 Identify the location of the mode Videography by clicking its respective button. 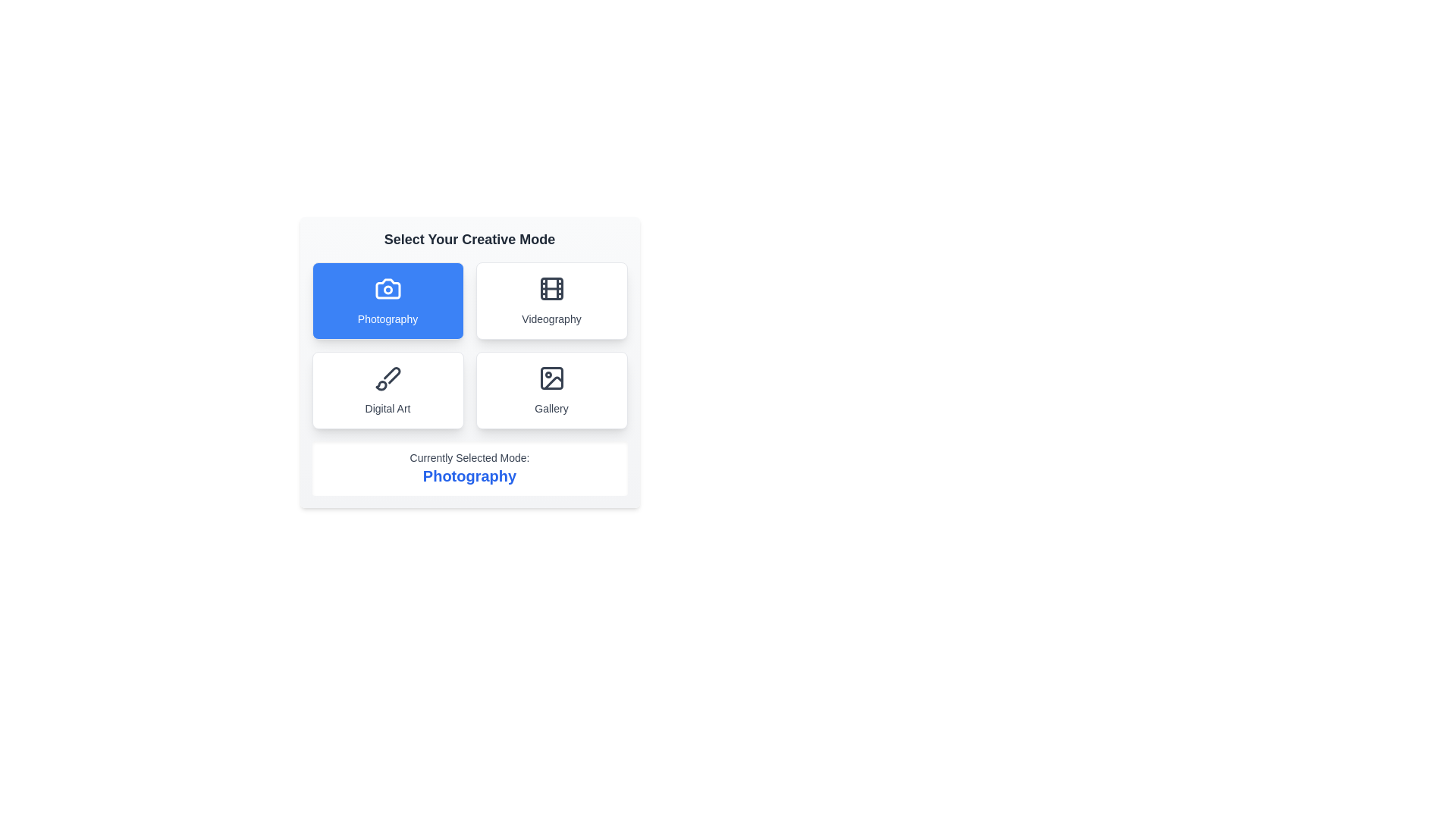
(551, 301).